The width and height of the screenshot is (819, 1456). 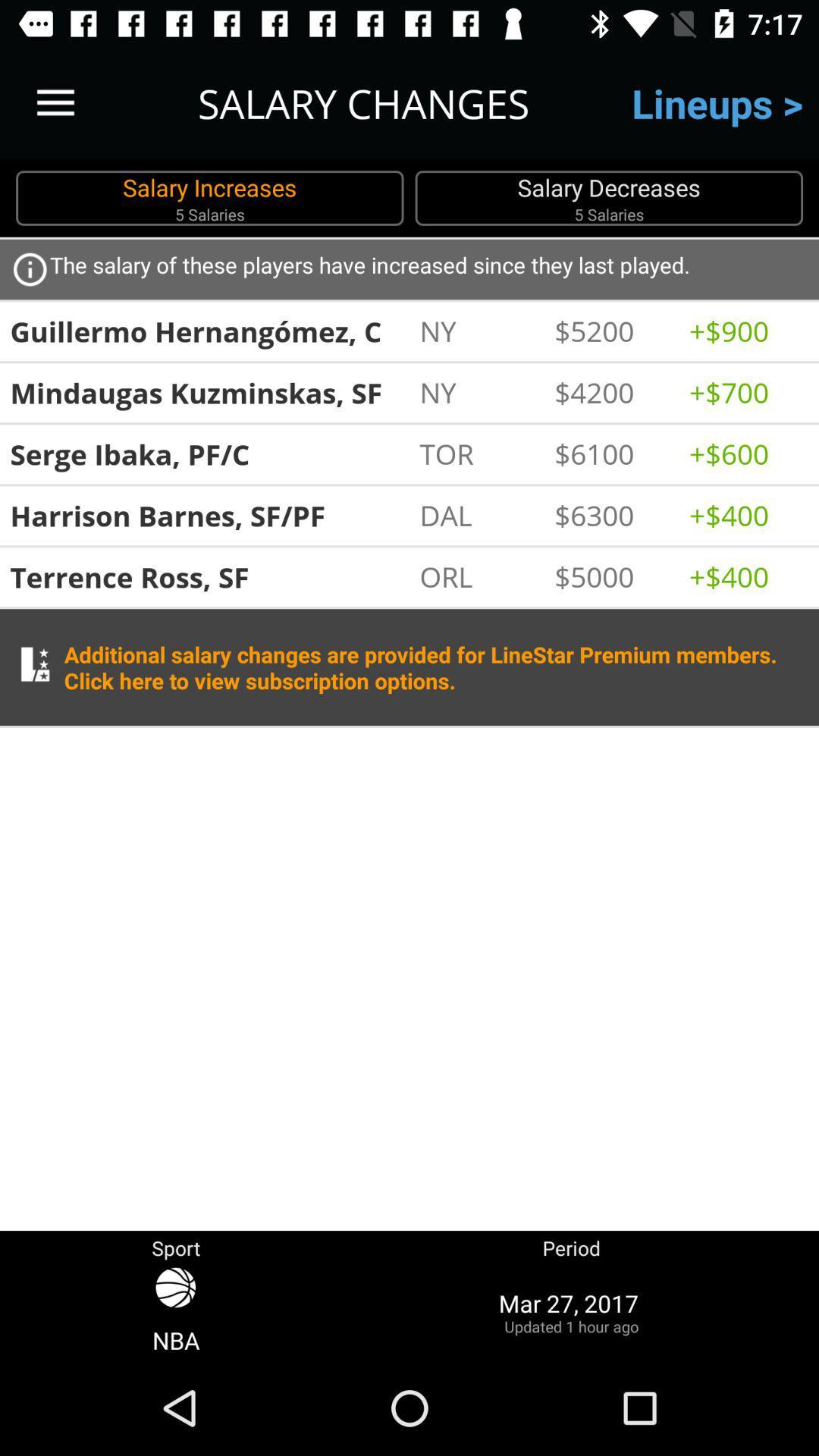 I want to click on the icon to the left of salary changes item, so click(x=55, y=102).